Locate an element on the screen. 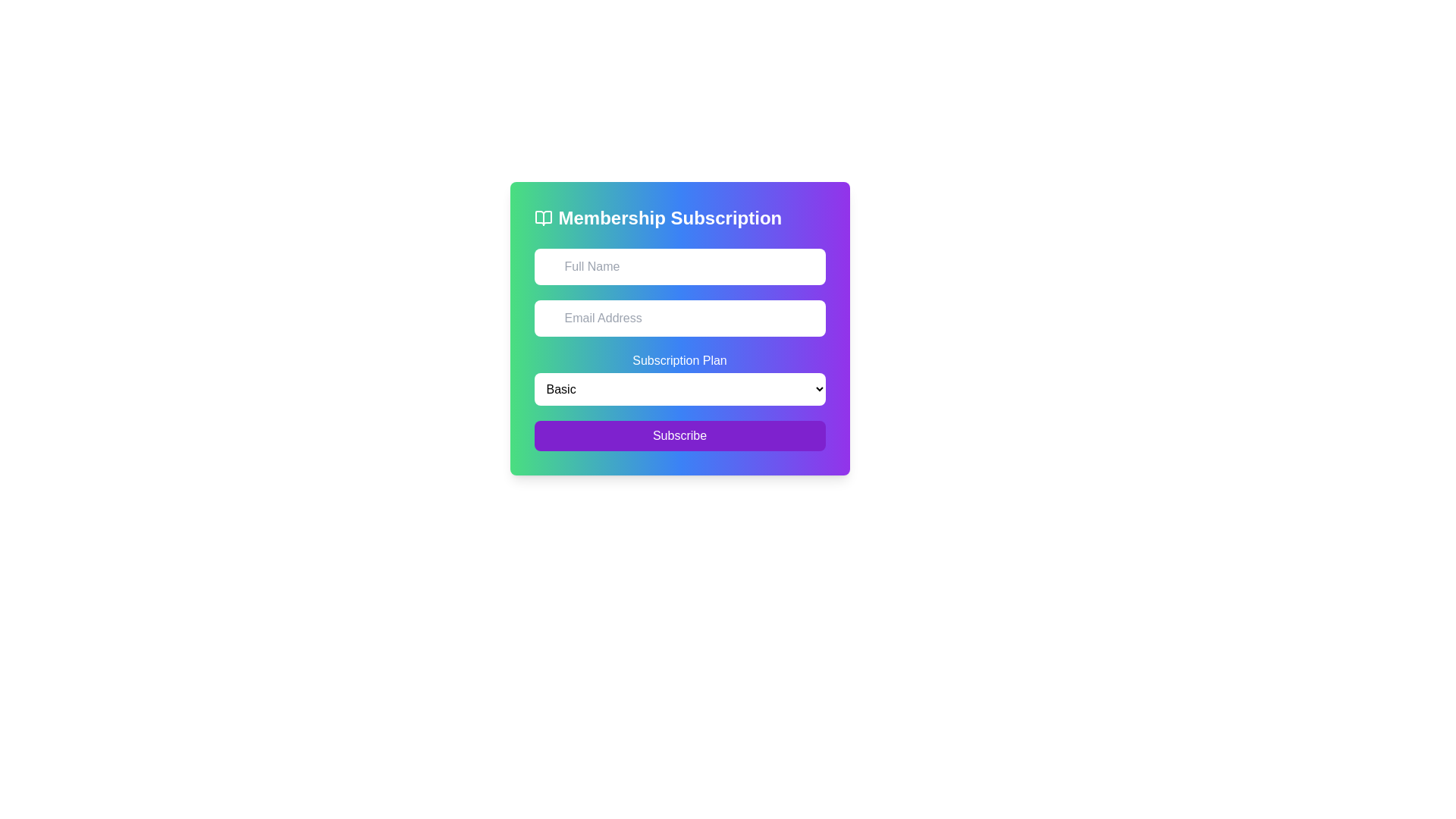  the email input field, which is the second input in the vertical stack, to focus on it is located at coordinates (679, 318).